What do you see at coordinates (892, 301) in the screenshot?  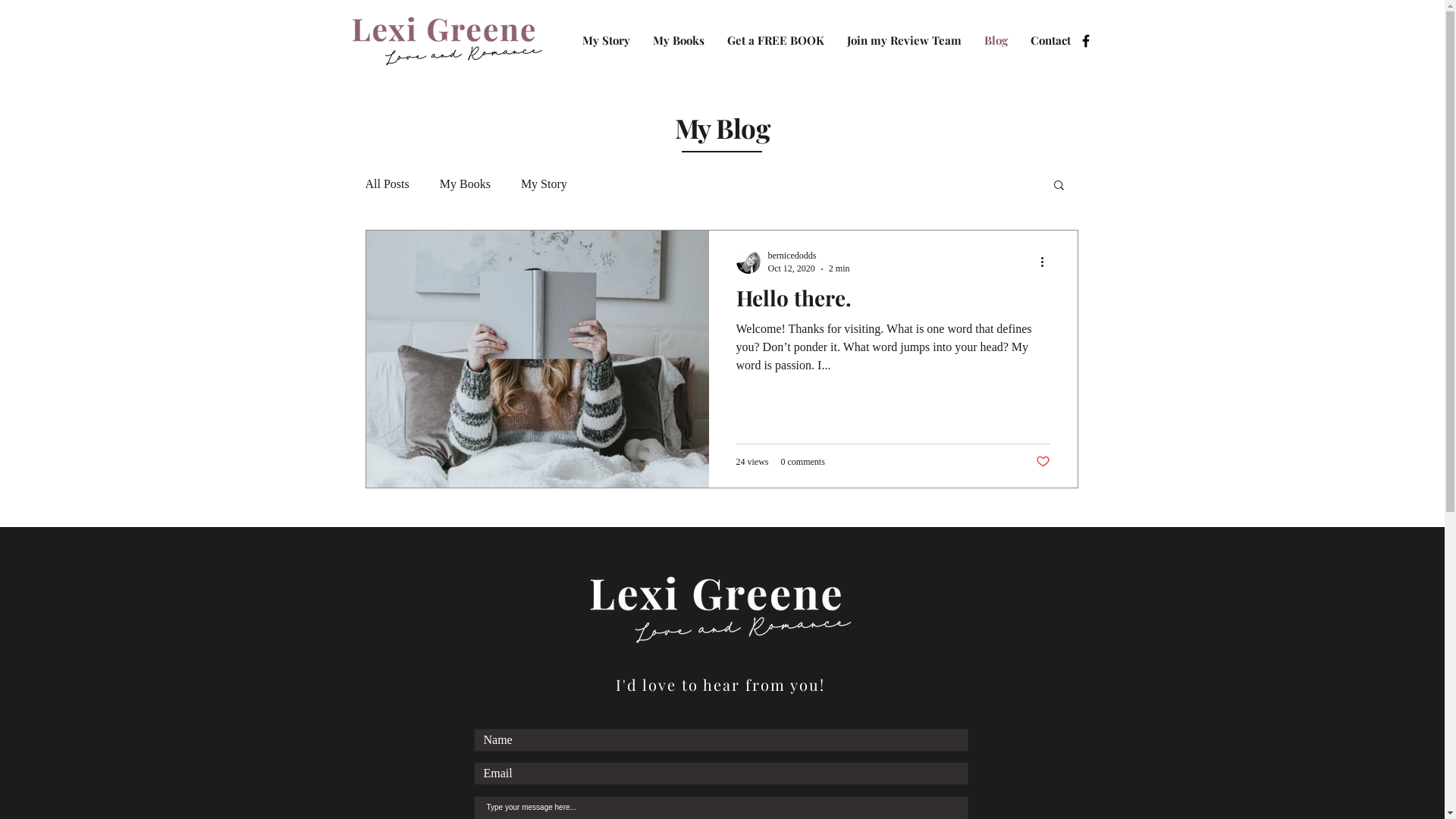 I see `'Hello there.'` at bounding box center [892, 301].